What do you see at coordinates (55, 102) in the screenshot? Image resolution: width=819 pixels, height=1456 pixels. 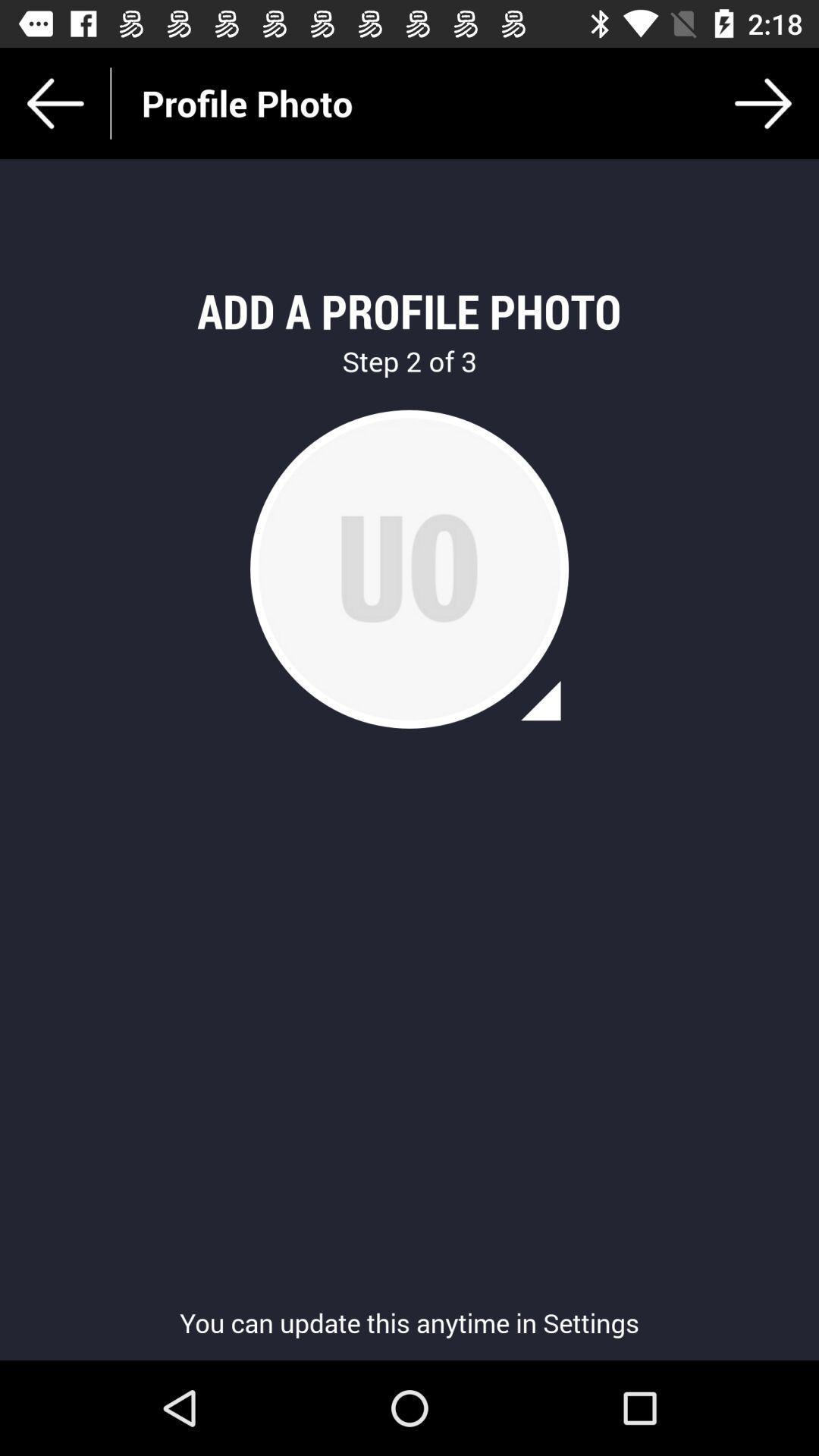 I see `the arrow_backward icon` at bounding box center [55, 102].